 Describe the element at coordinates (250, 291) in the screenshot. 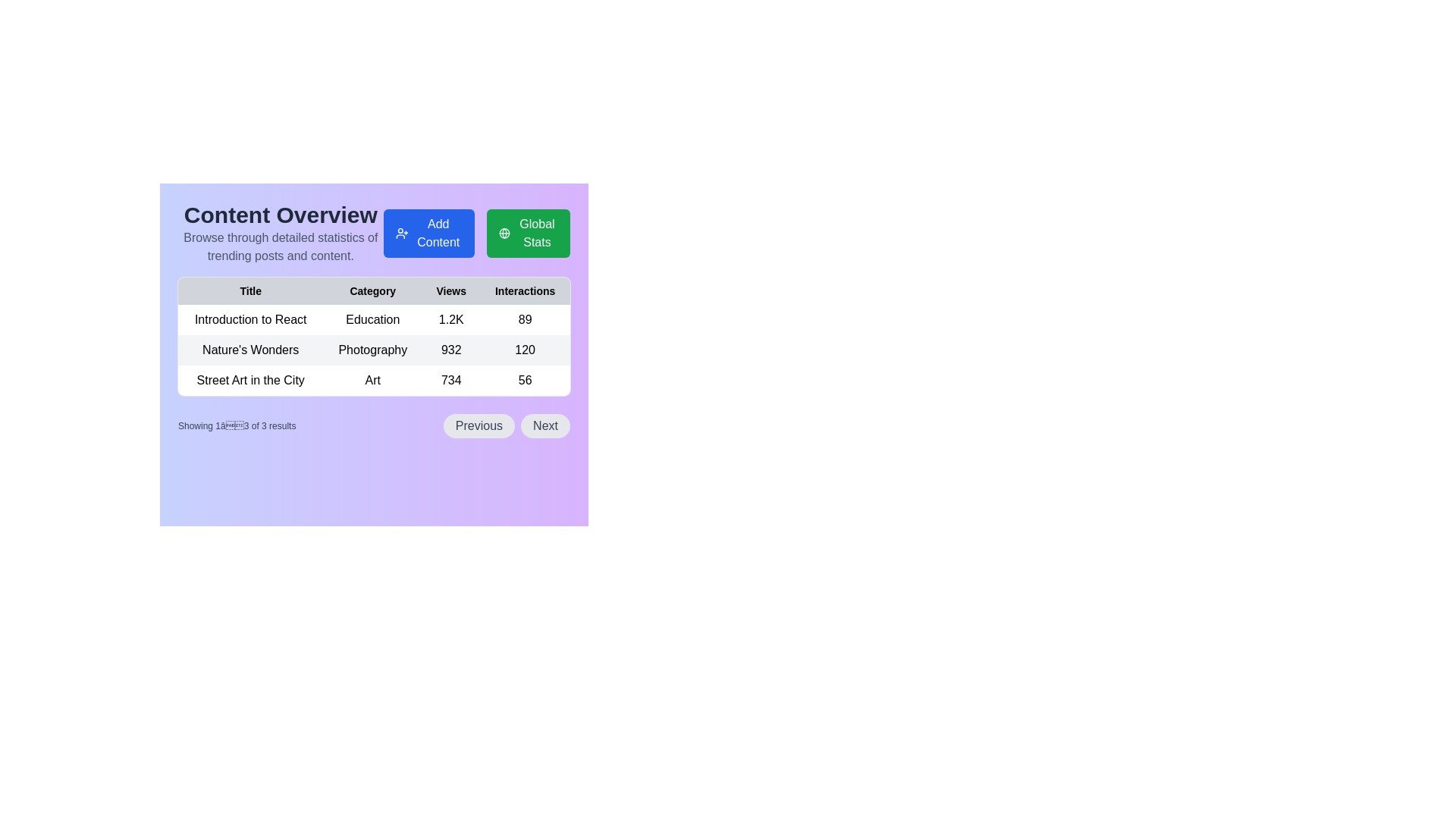

I see `the table header cell that describes the content of the first column in the table, which lists the titles of items` at that location.